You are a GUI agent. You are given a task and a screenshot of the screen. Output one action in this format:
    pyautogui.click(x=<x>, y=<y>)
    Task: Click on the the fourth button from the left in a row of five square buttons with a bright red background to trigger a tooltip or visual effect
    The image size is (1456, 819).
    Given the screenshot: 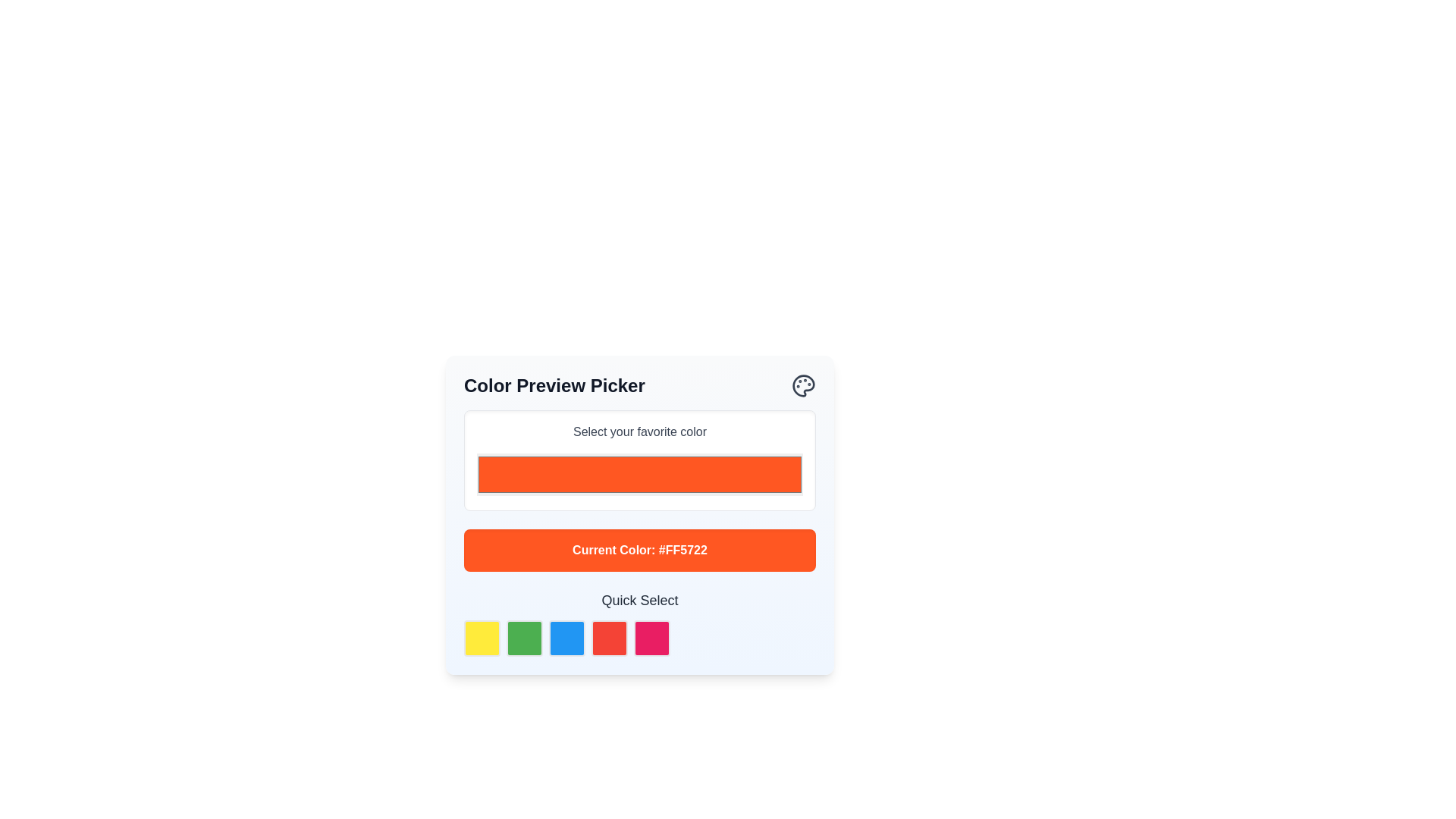 What is the action you would take?
    pyautogui.click(x=610, y=638)
    